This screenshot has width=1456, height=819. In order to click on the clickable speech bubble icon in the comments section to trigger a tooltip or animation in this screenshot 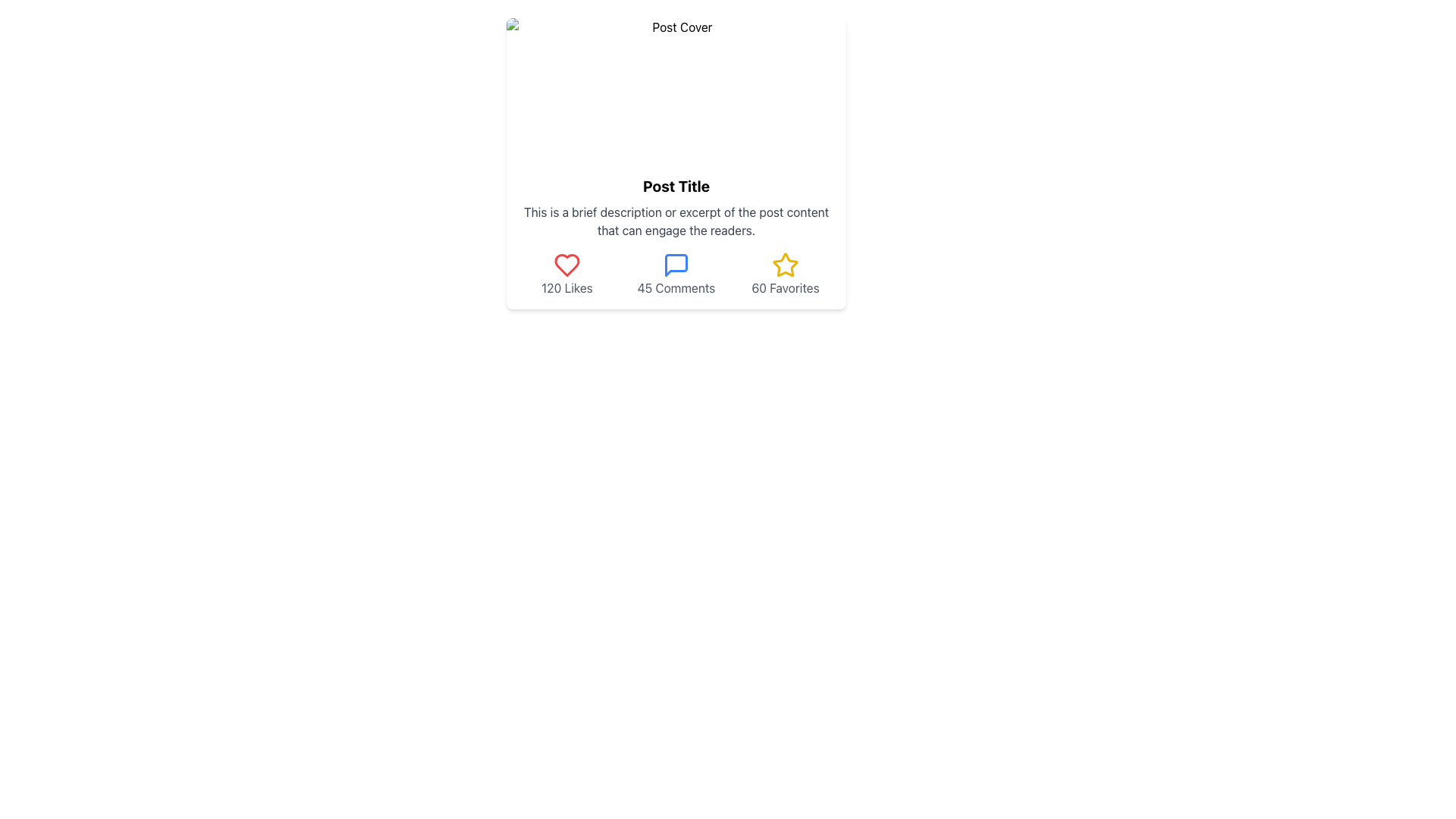, I will do `click(676, 265)`.